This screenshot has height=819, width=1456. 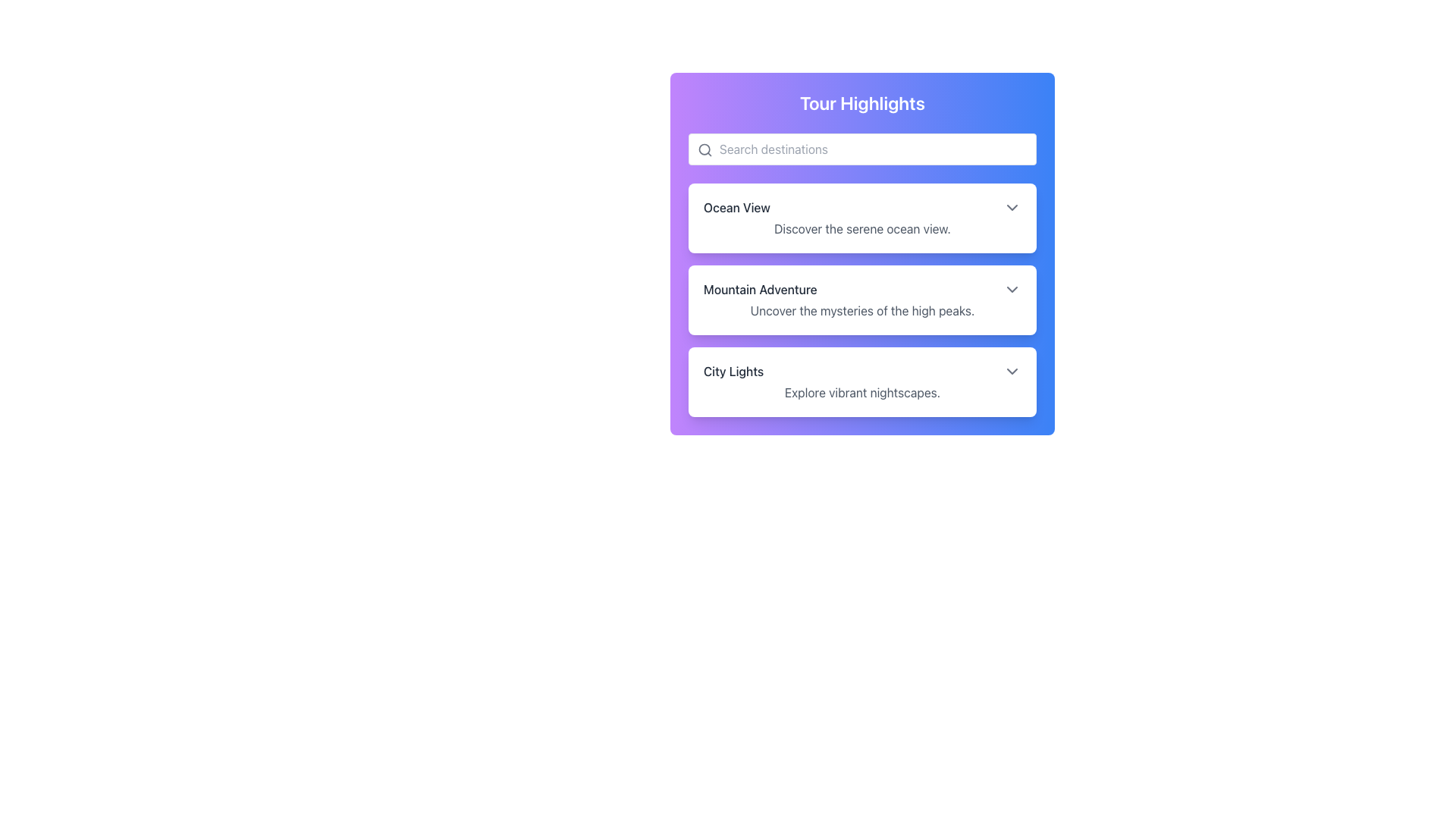 I want to click on the circular graphical component that represents the lens of the magnifying glass icon, located at the top-left of the search bar, so click(x=704, y=149).